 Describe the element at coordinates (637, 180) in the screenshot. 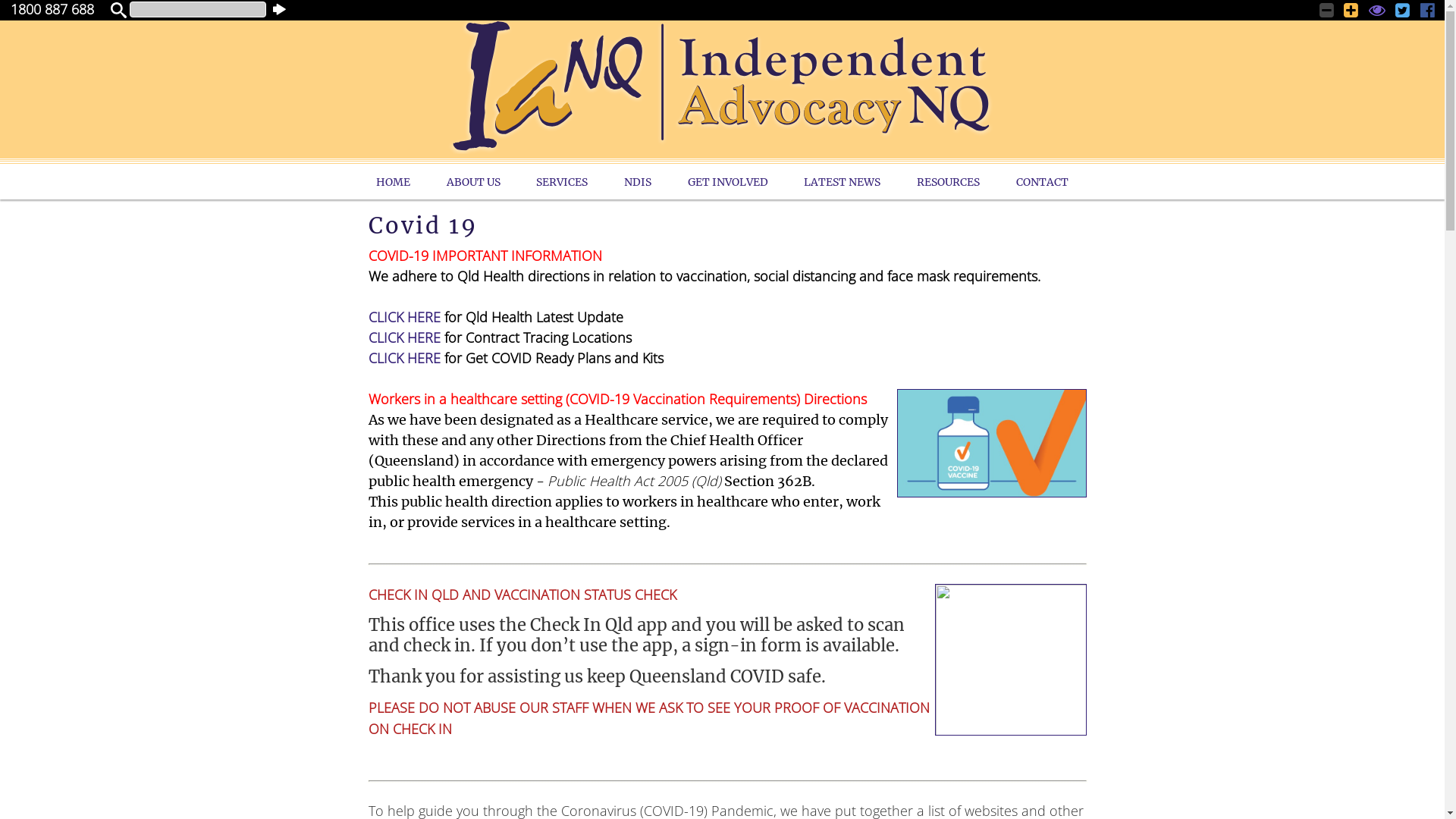

I see `'NDIS'` at that location.